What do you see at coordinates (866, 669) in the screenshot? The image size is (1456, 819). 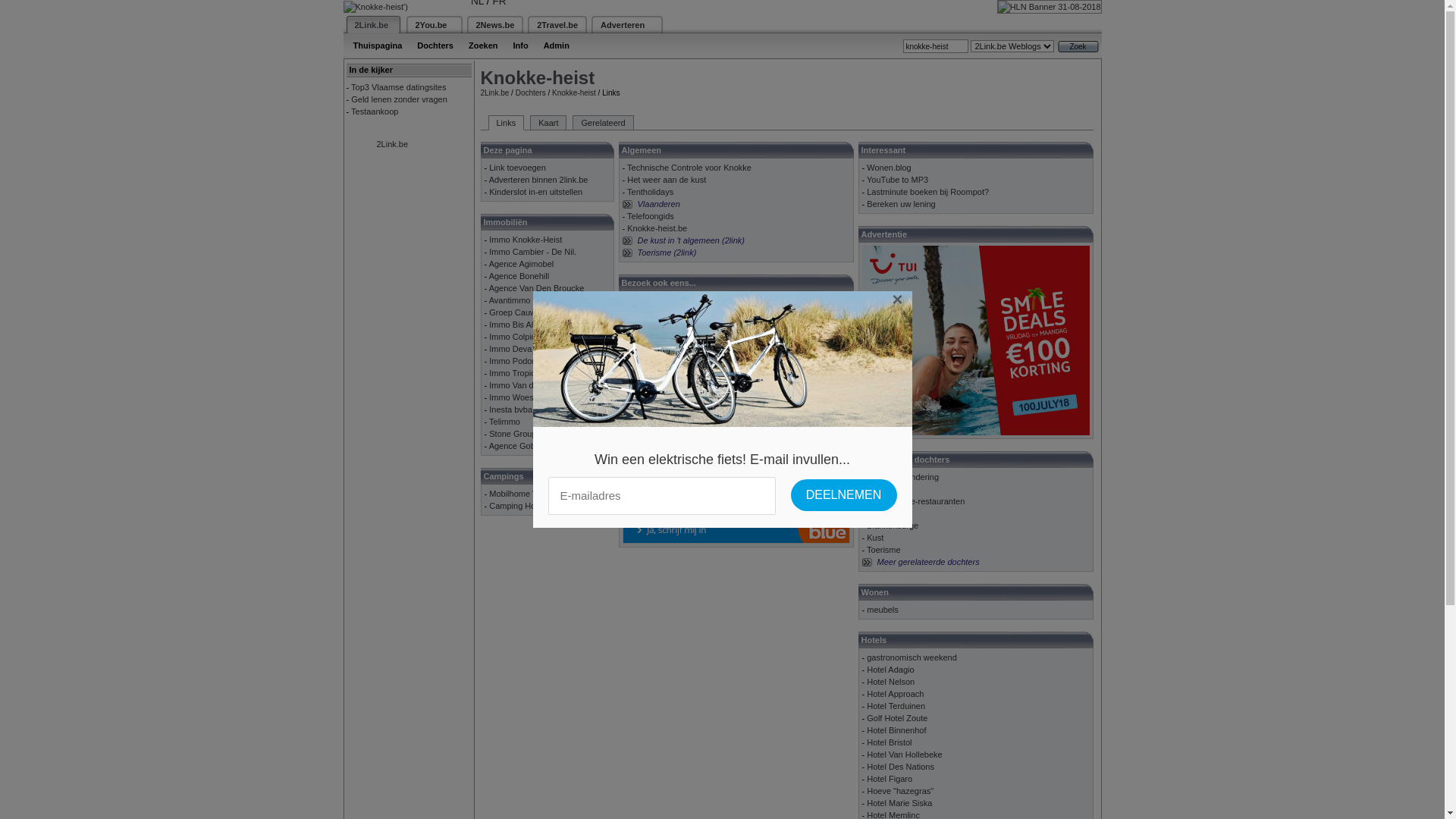 I see `'Hotel Adagio'` at bounding box center [866, 669].